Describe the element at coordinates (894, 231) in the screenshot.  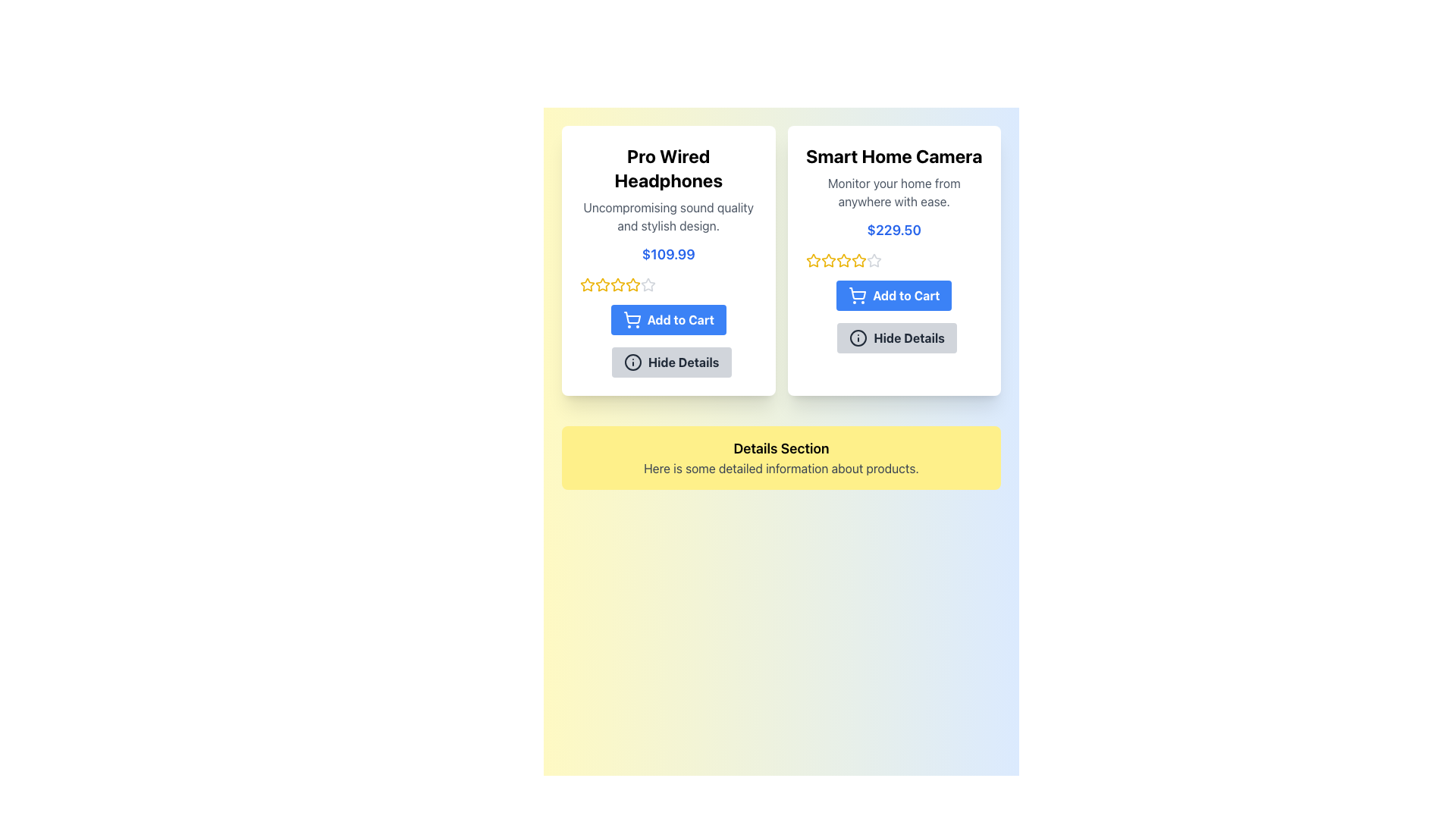
I see `text label displaying the price '$229.50', which is prominently styled in blue below the product description for the 'Smart Home Camera'` at that location.